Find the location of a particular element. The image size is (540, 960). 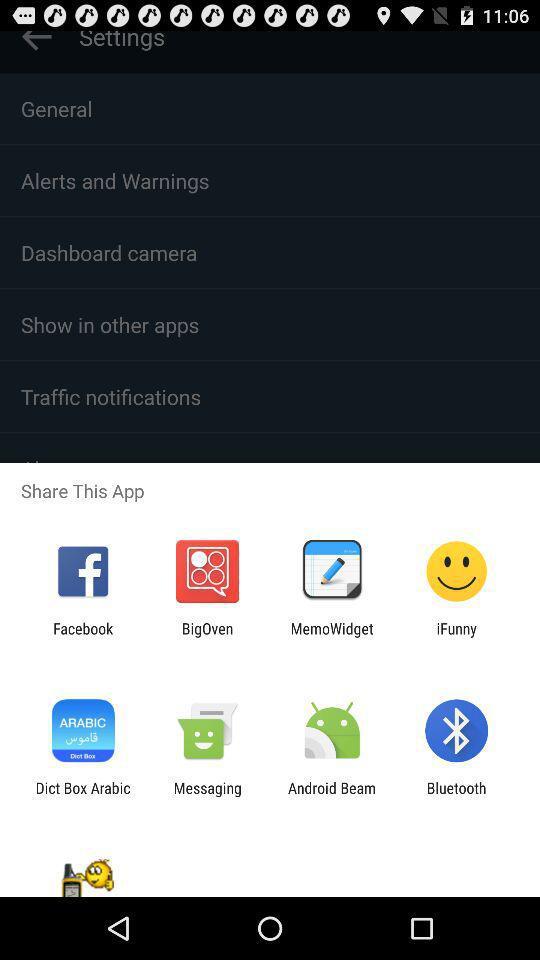

the facebook app is located at coordinates (82, 636).